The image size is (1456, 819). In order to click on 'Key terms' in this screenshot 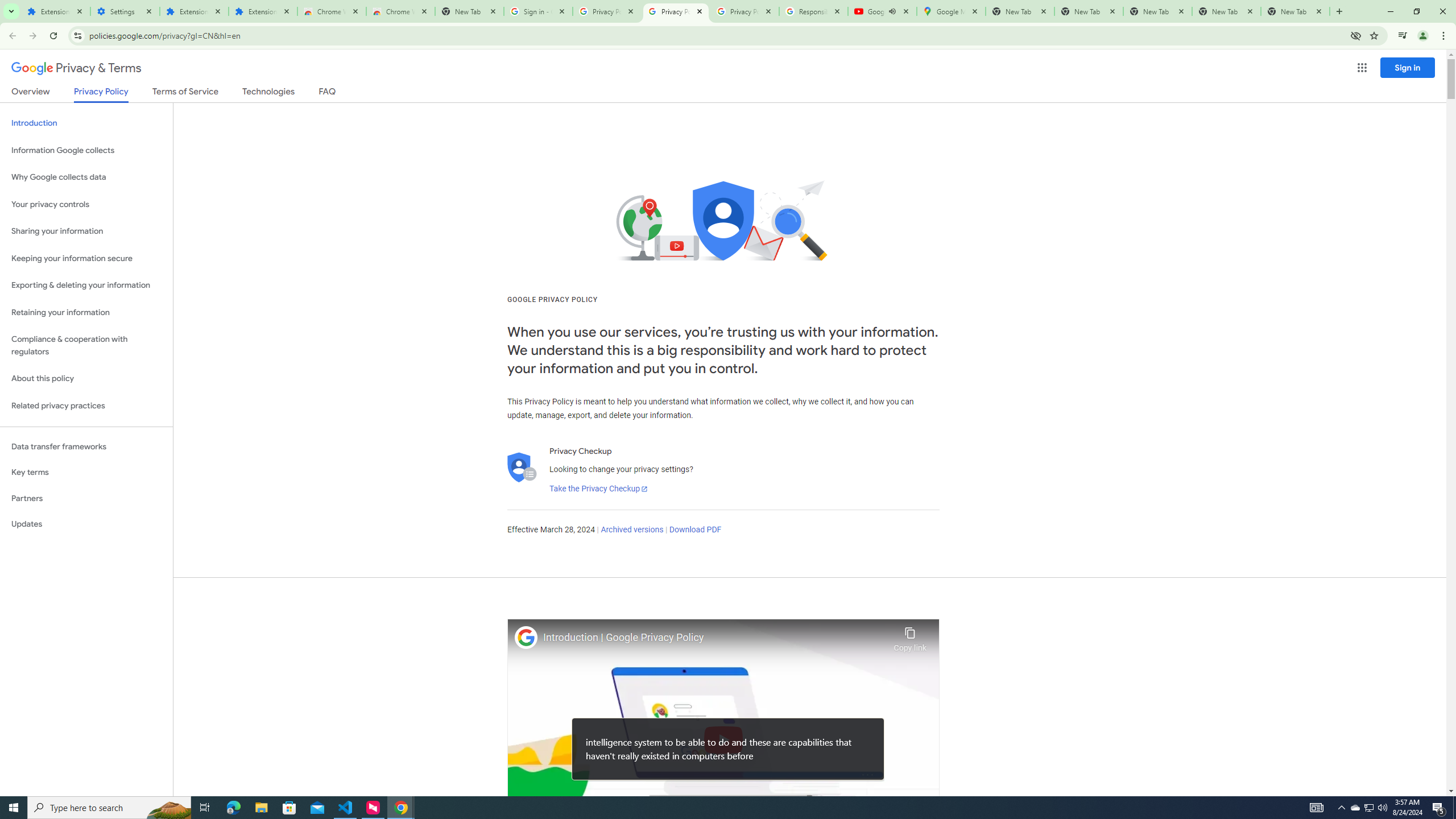, I will do `click(86, 472)`.